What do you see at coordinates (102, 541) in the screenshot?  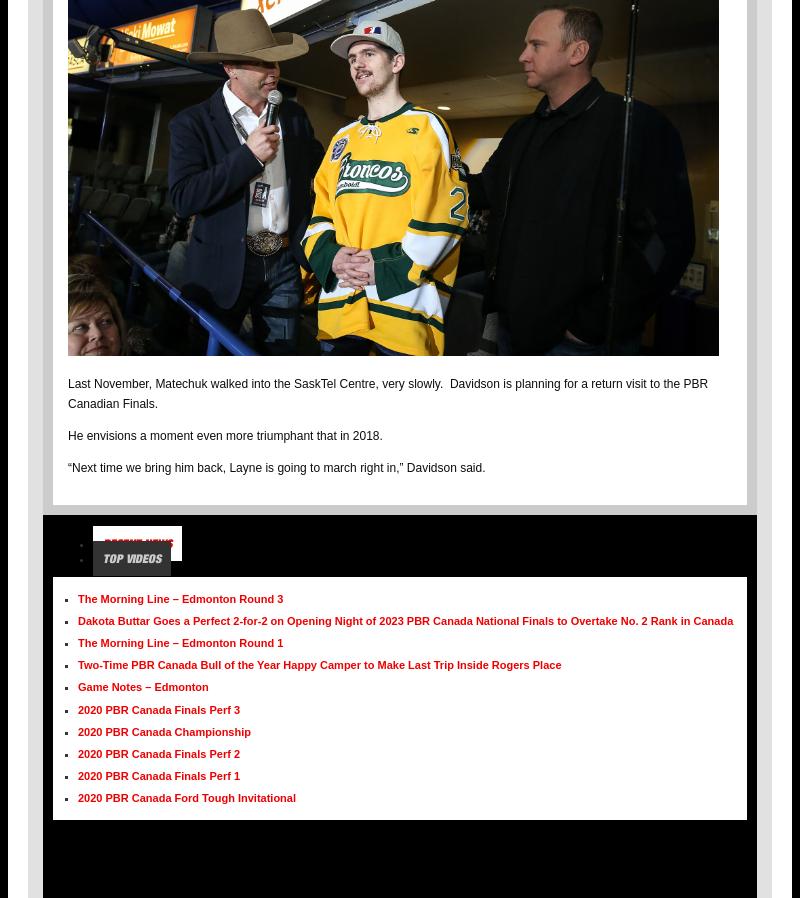 I see `'Recent News'` at bounding box center [102, 541].